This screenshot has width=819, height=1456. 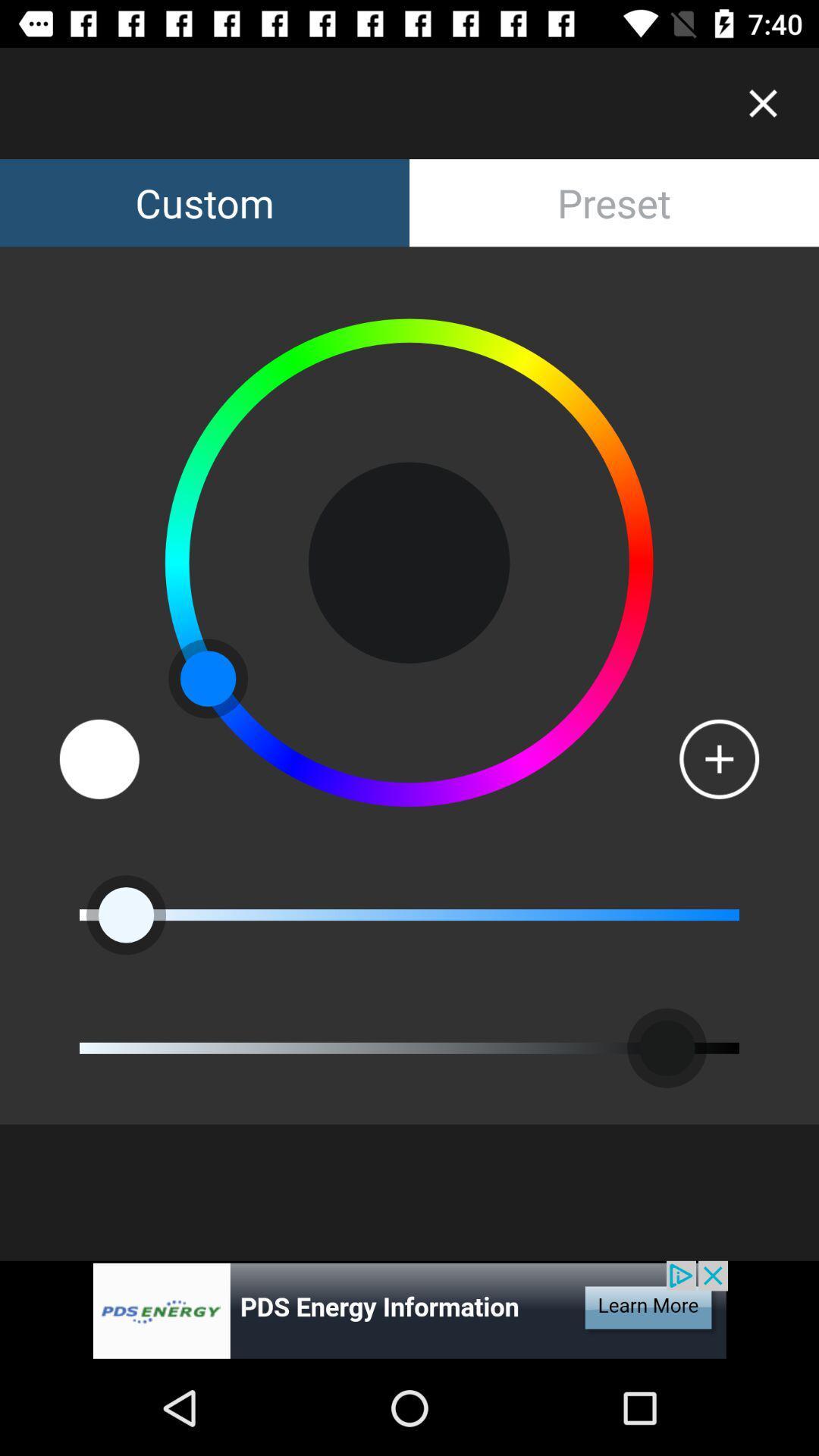 I want to click on lean more option, so click(x=409, y=1310).